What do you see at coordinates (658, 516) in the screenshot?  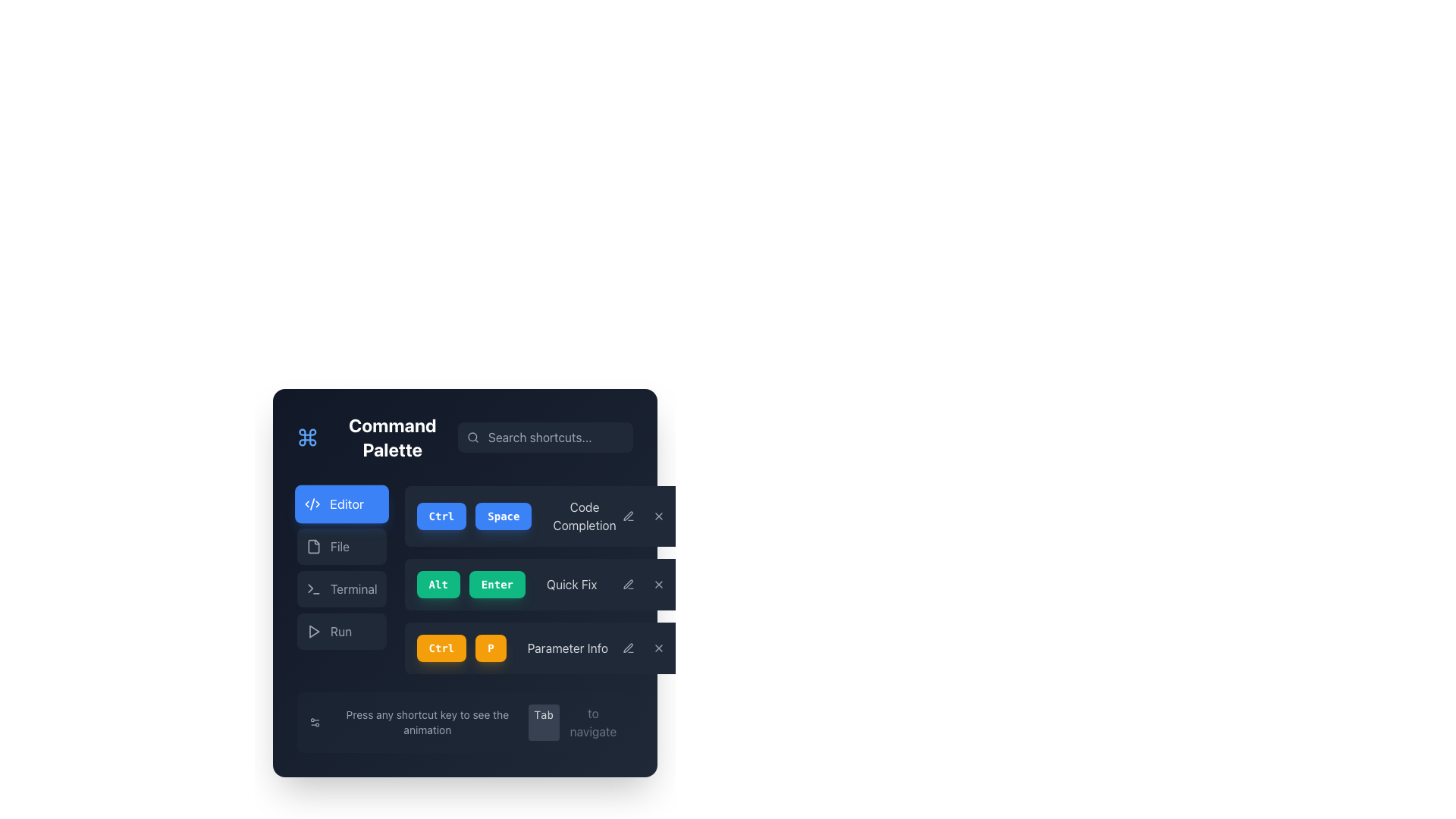 I see `the small 'X' shaped button, which is gray by default and turns red when hovered, located on the rightmost side of the command palette next to the 'Code Completion' label` at bounding box center [658, 516].